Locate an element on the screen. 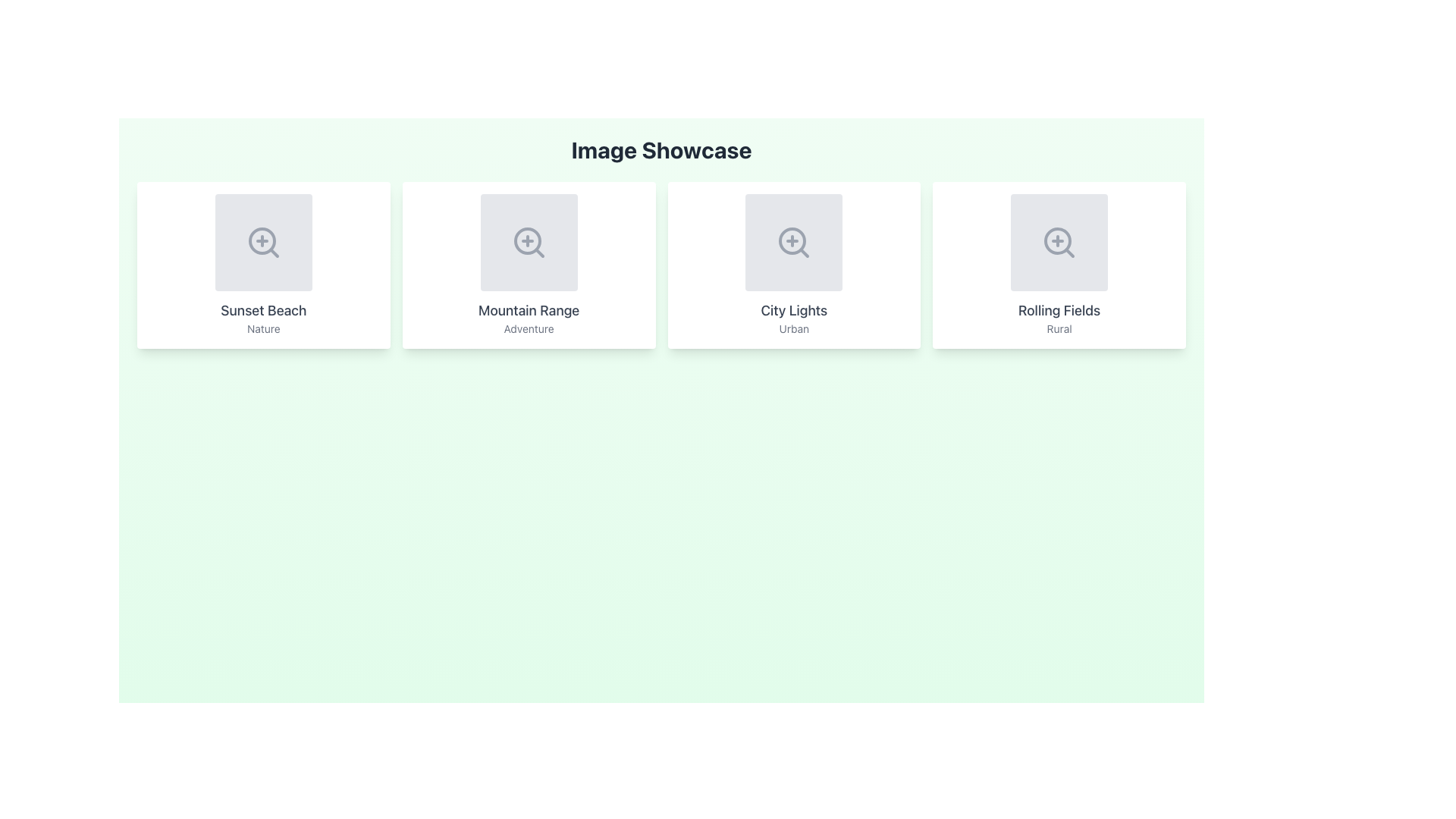 The image size is (1456, 819). the text label 'Mountain Range' which serves as the title for the second image card in the horizontal row is located at coordinates (529, 309).